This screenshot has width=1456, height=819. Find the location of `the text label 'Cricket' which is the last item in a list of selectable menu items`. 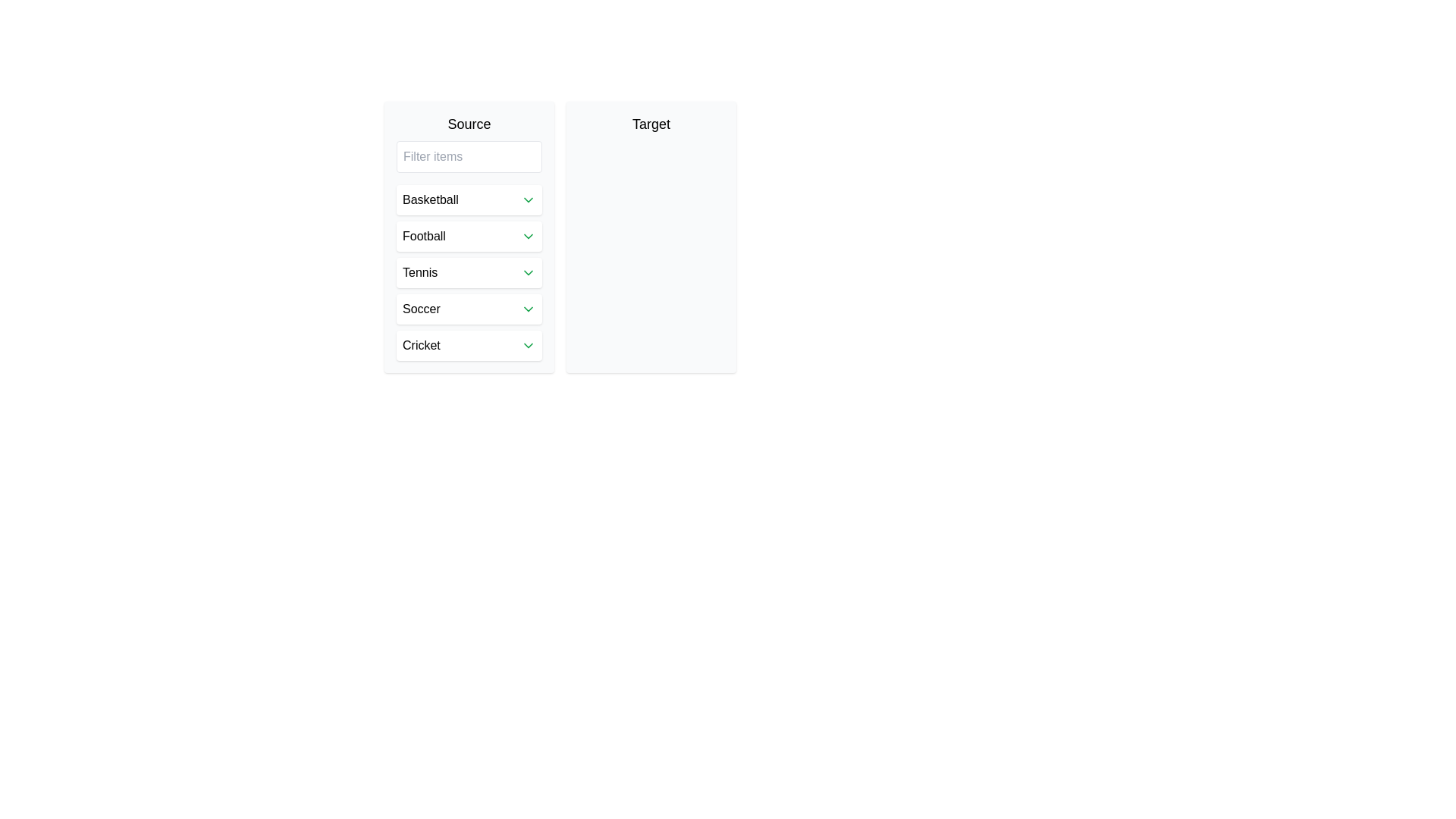

the text label 'Cricket' which is the last item in a list of selectable menu items is located at coordinates (421, 345).